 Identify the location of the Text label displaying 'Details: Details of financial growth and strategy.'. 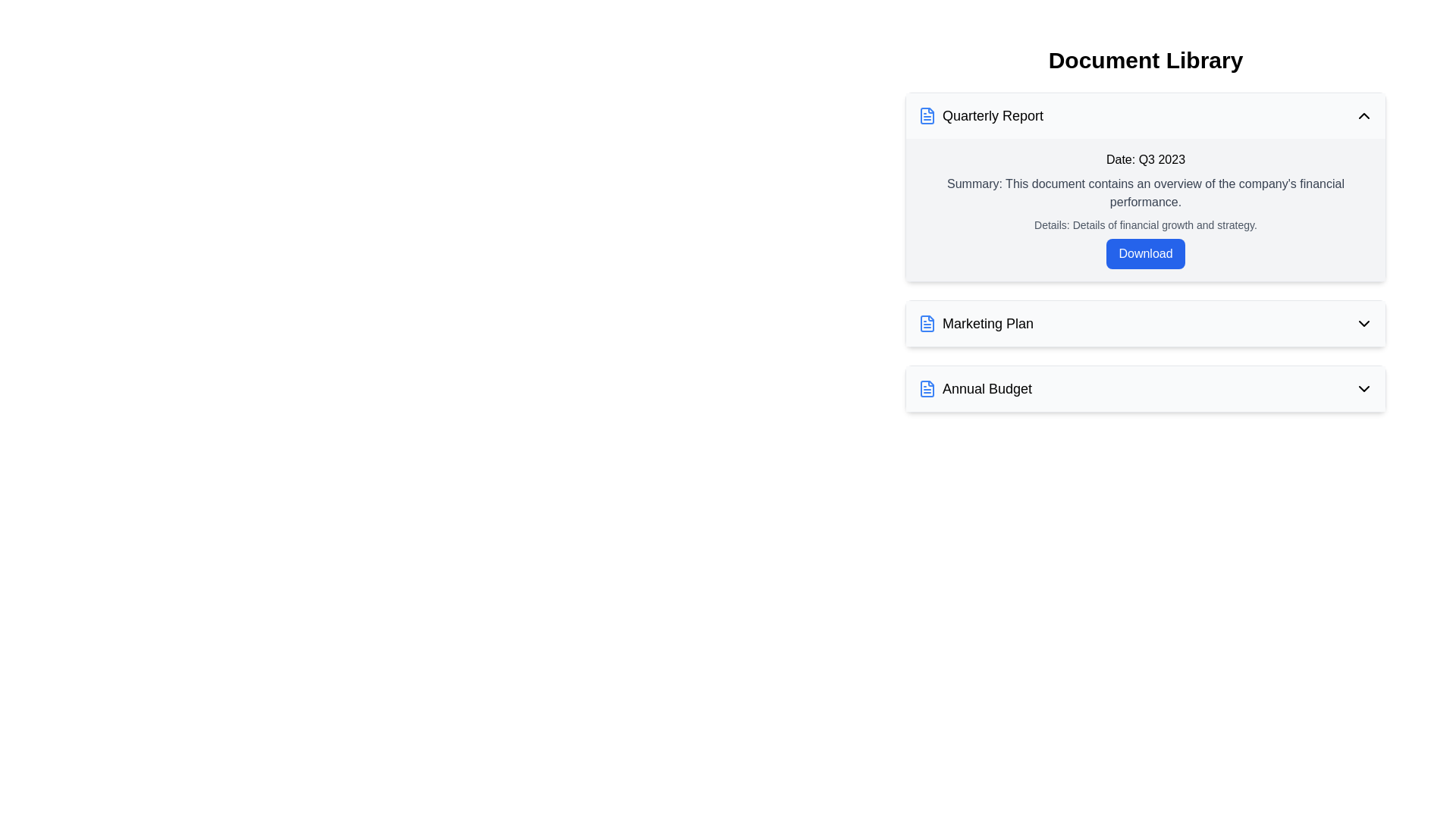
(1146, 225).